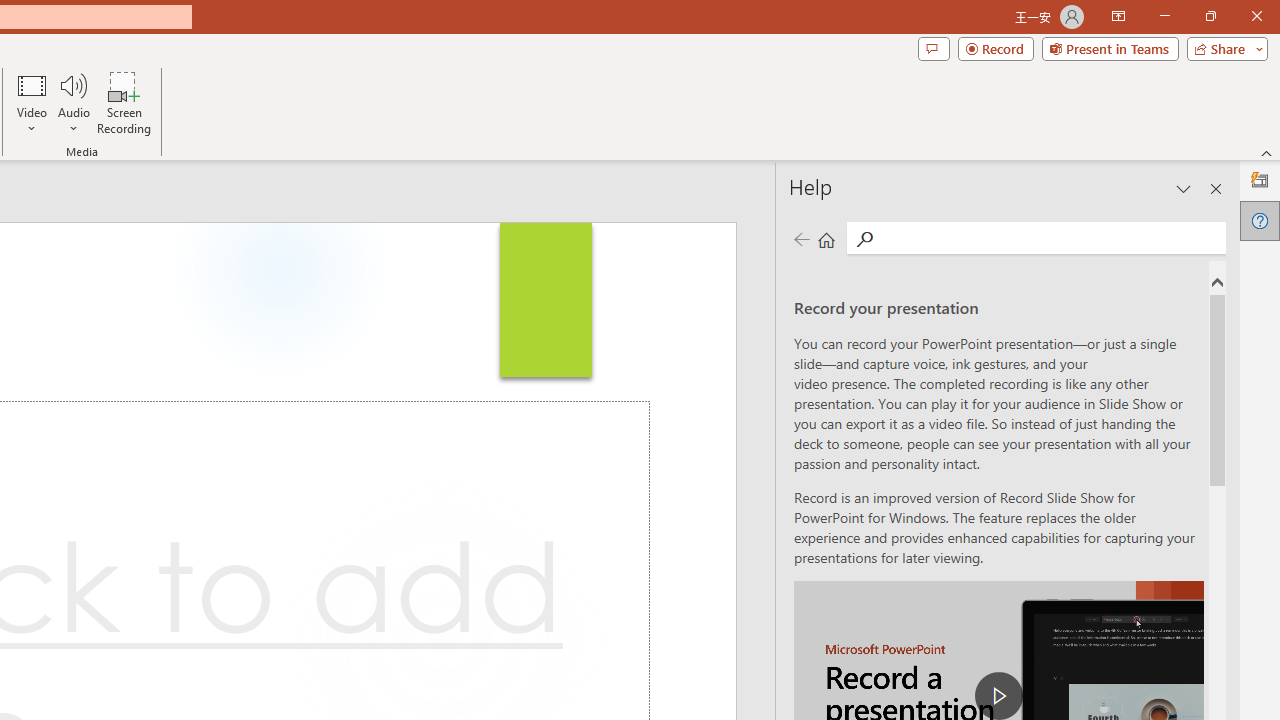 This screenshot has width=1280, height=720. Describe the element at coordinates (801, 238) in the screenshot. I see `'Previous page'` at that location.